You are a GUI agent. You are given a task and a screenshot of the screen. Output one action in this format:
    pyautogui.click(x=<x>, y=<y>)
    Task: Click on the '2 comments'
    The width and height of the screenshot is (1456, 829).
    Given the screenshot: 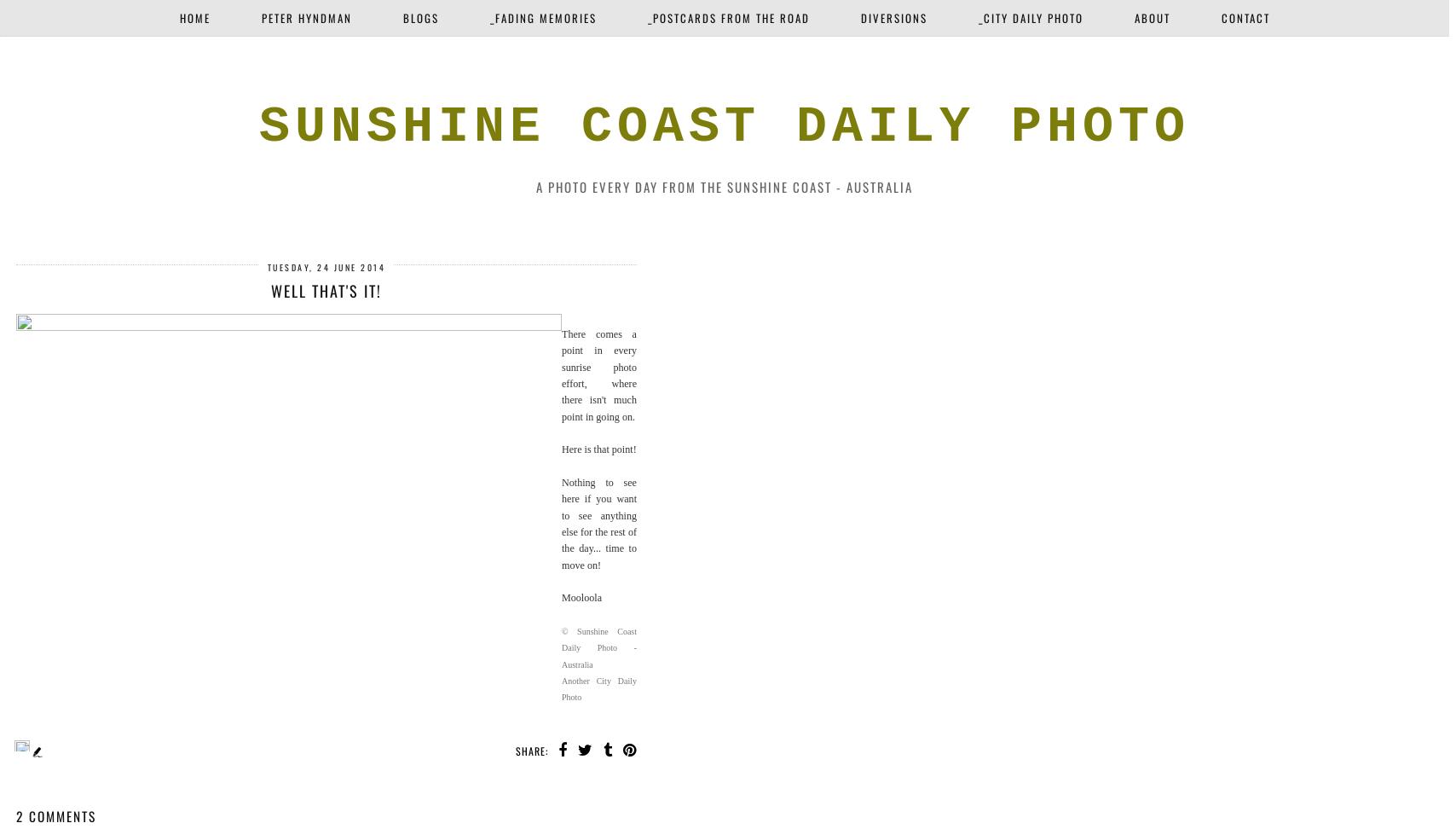 What is the action you would take?
    pyautogui.click(x=55, y=815)
    